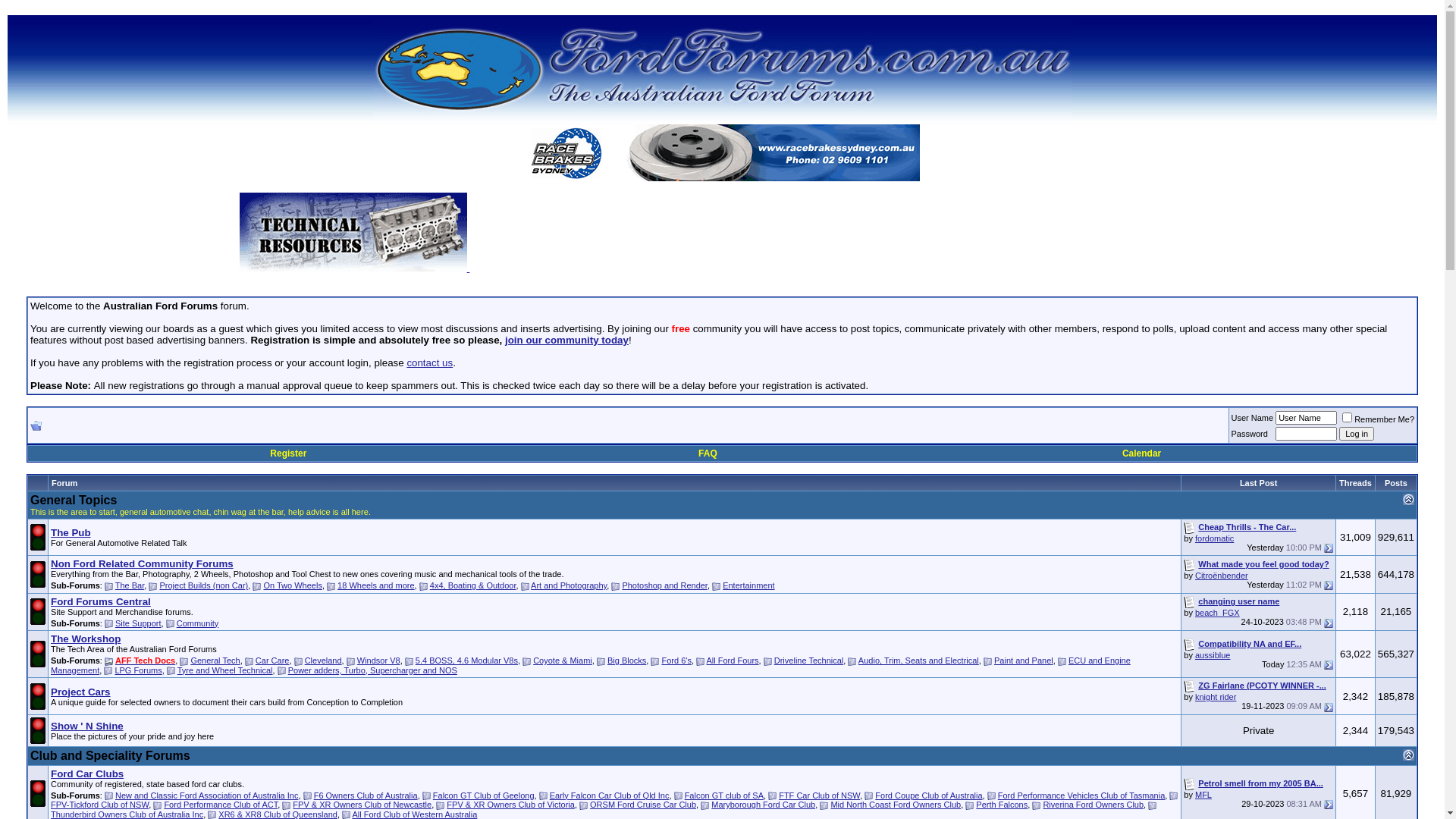 The image size is (1456, 819). What do you see at coordinates (1260, 783) in the screenshot?
I see `'Petrol smell from my 2005 BA...'` at bounding box center [1260, 783].